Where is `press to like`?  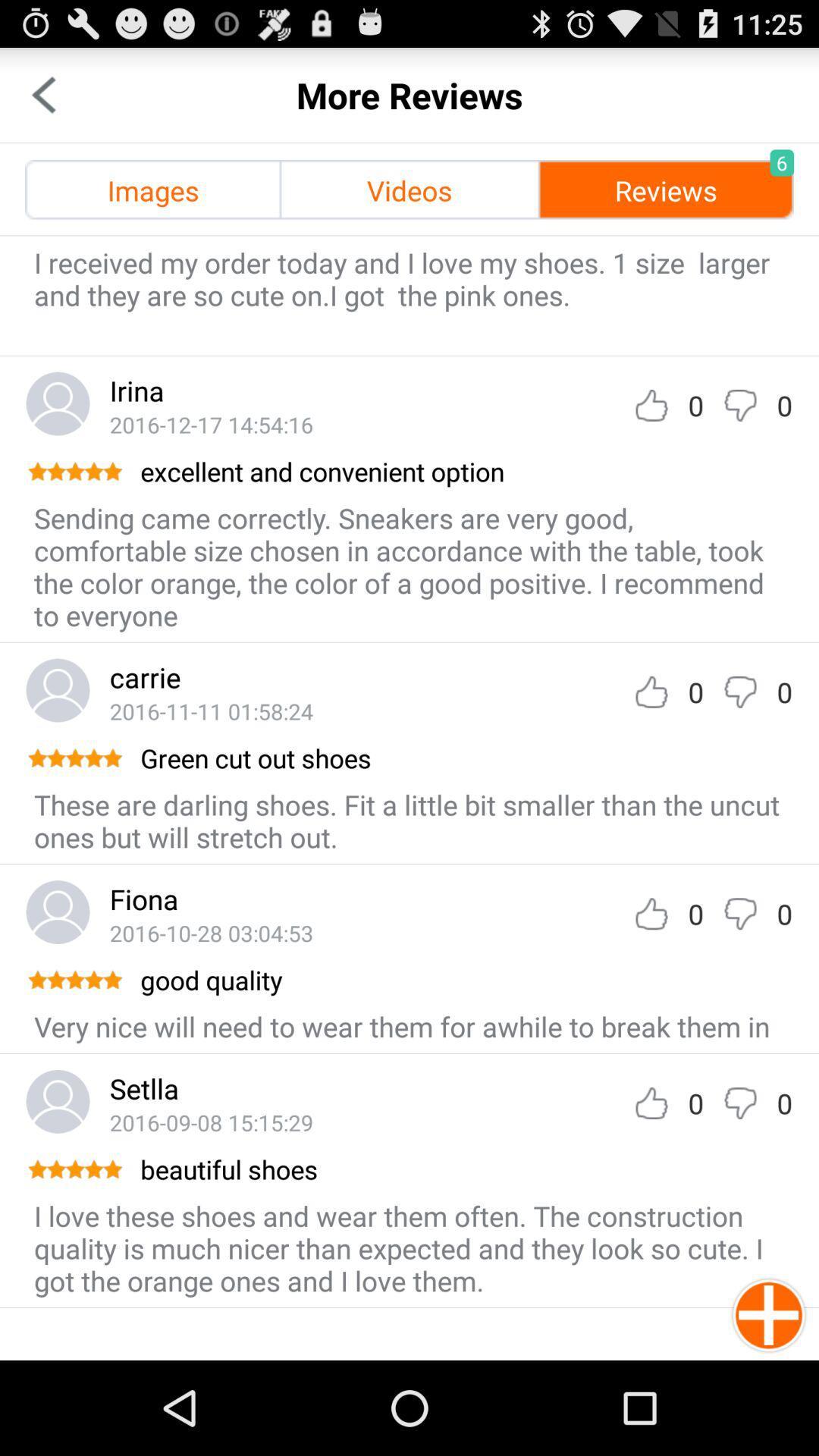 press to like is located at coordinates (651, 1103).